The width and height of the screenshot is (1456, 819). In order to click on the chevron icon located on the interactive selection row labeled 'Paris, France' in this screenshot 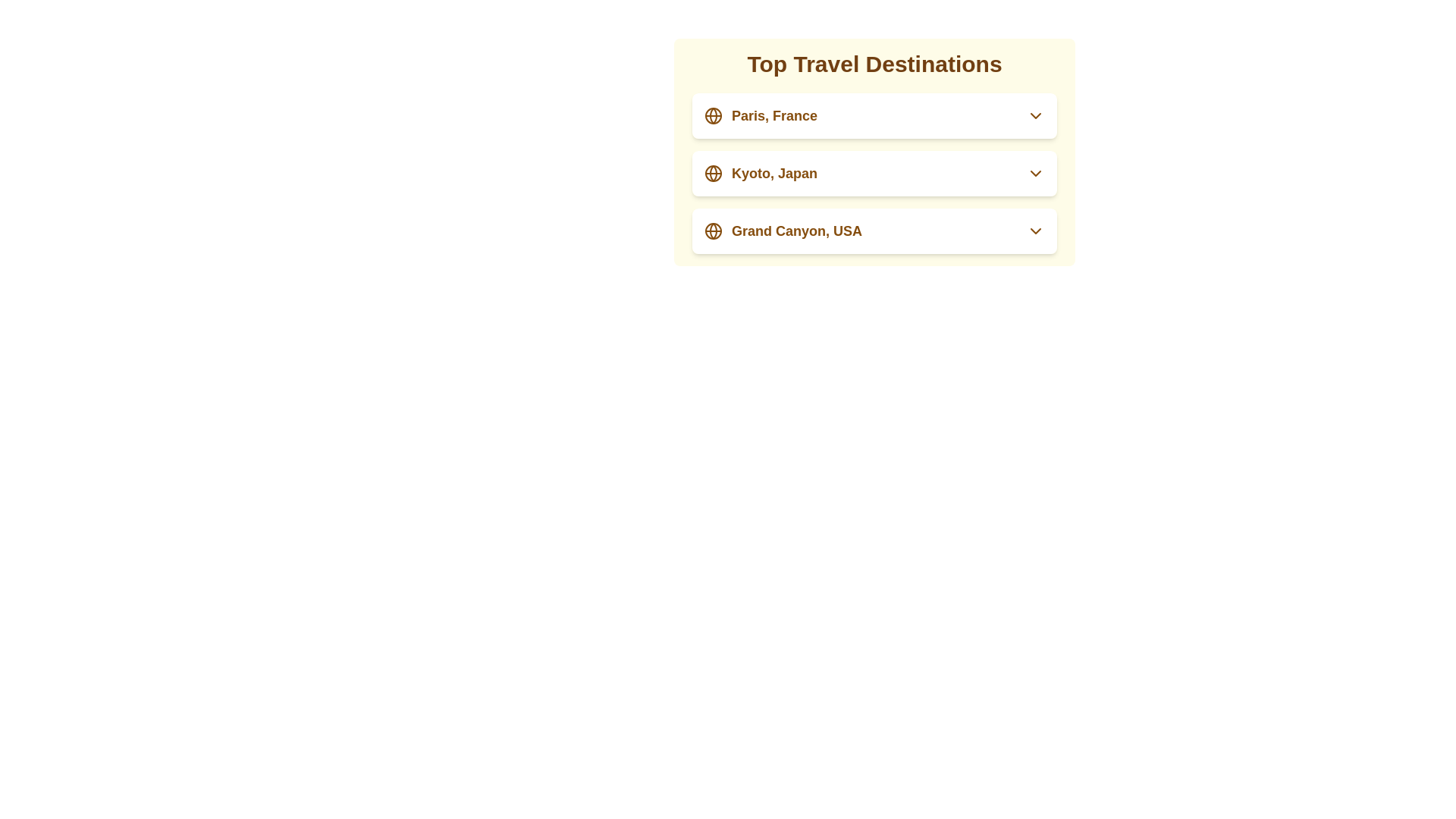, I will do `click(1035, 115)`.